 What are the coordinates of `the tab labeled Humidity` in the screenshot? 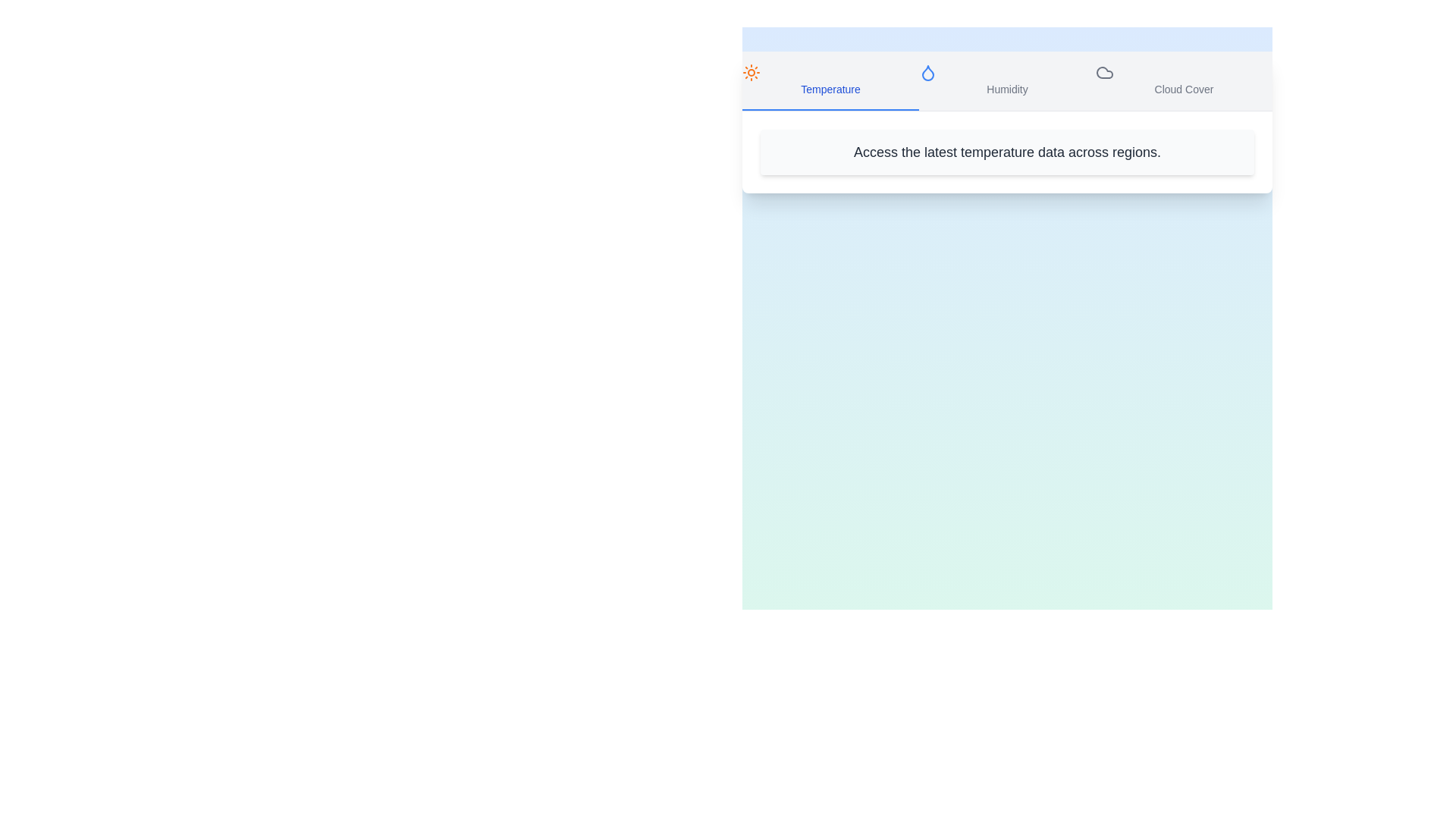 It's located at (1007, 81).